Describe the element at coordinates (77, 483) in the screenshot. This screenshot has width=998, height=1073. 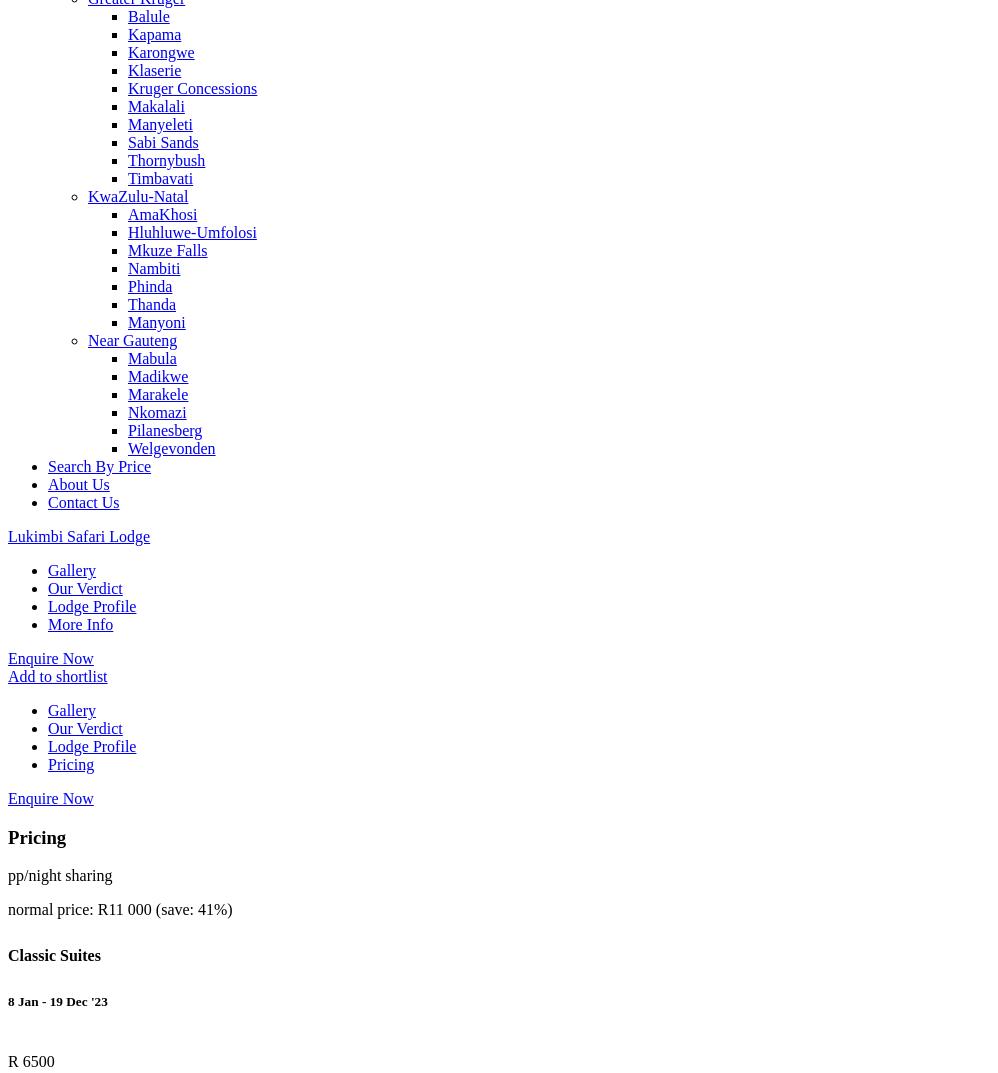
I see `'About Us'` at that location.